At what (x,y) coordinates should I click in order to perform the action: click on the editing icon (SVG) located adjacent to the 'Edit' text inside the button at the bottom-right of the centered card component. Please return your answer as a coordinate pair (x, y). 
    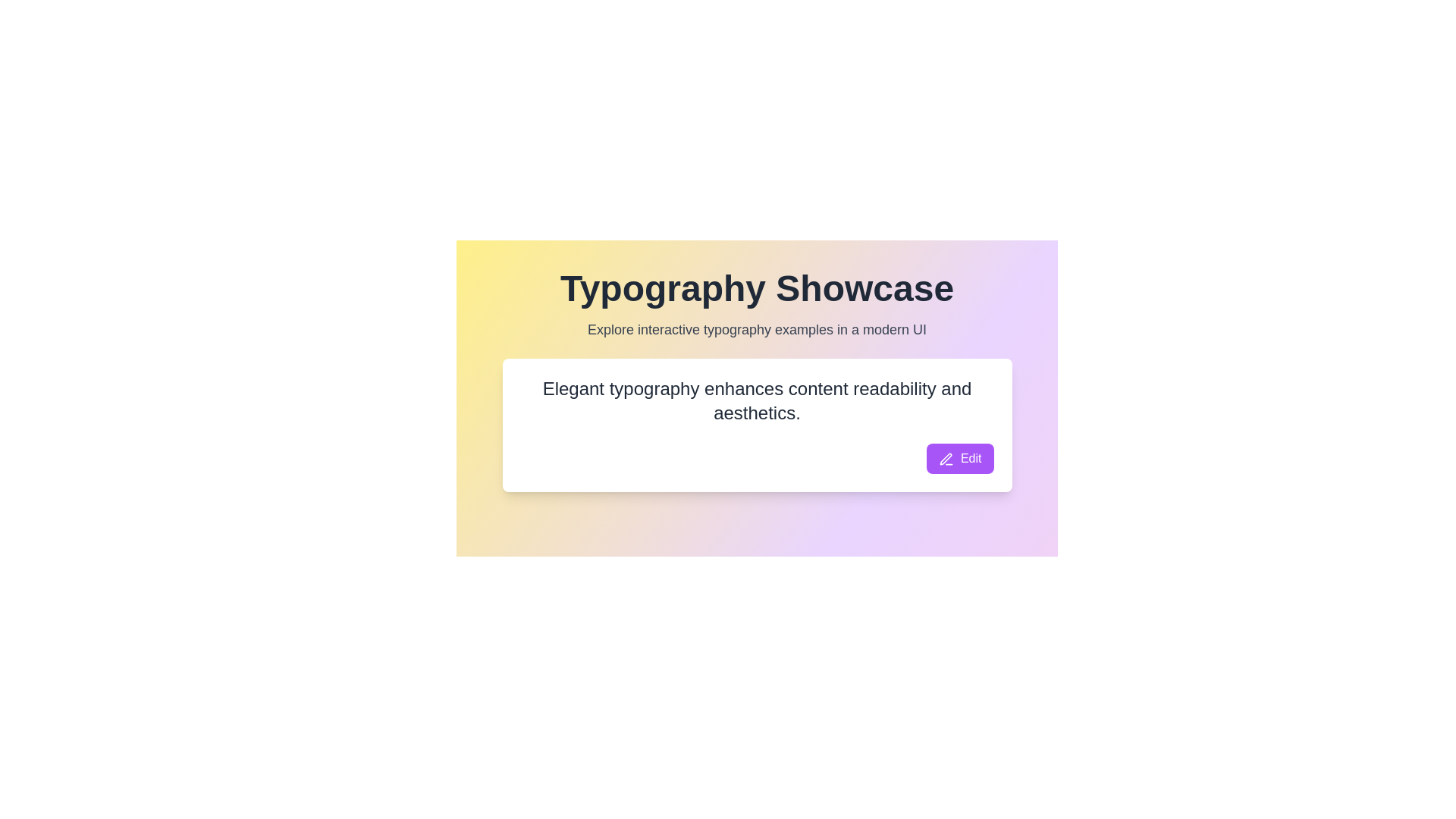
    Looking at the image, I should click on (946, 458).